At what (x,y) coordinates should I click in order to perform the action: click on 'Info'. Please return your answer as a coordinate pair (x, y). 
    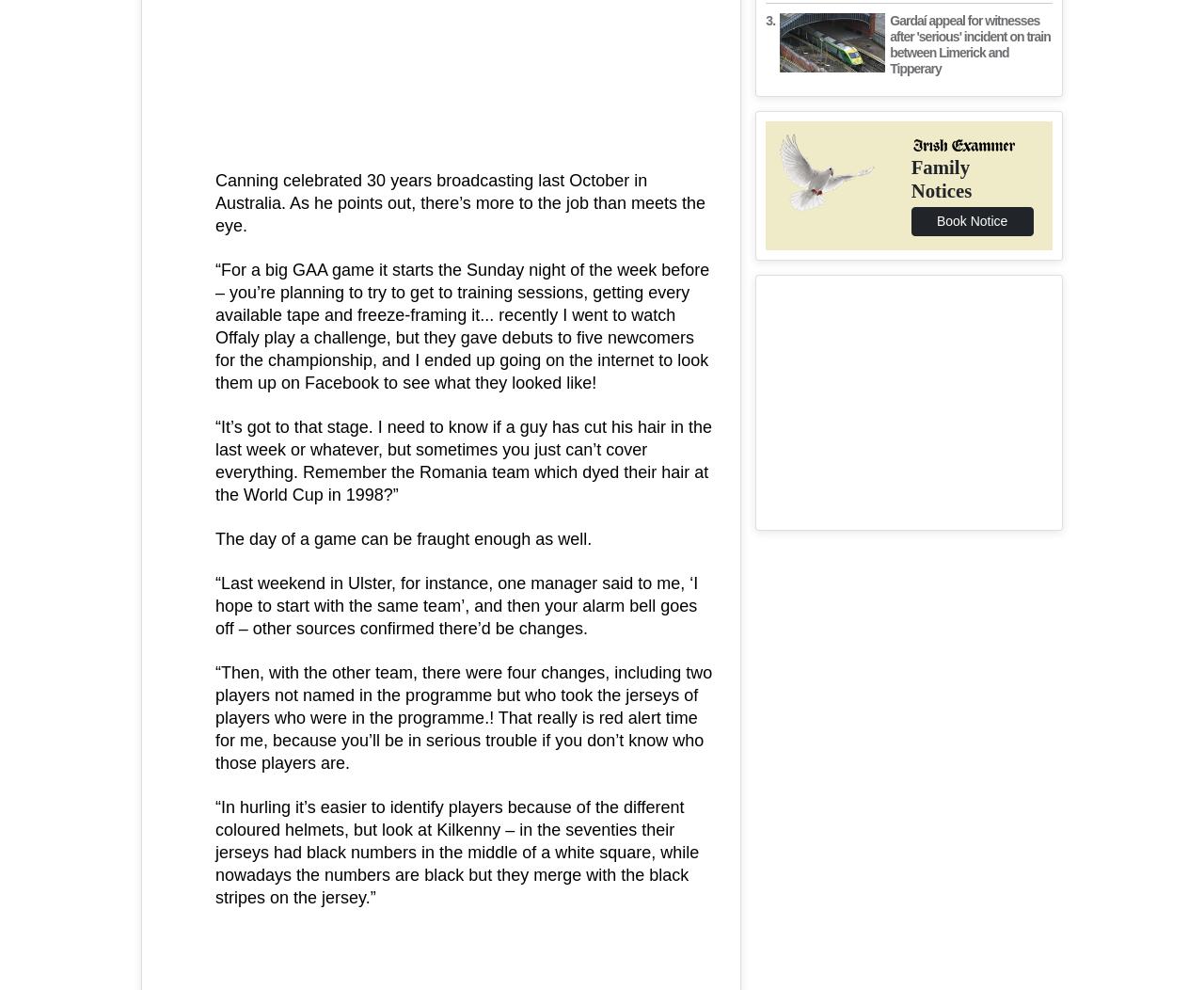
    Looking at the image, I should click on (844, 321).